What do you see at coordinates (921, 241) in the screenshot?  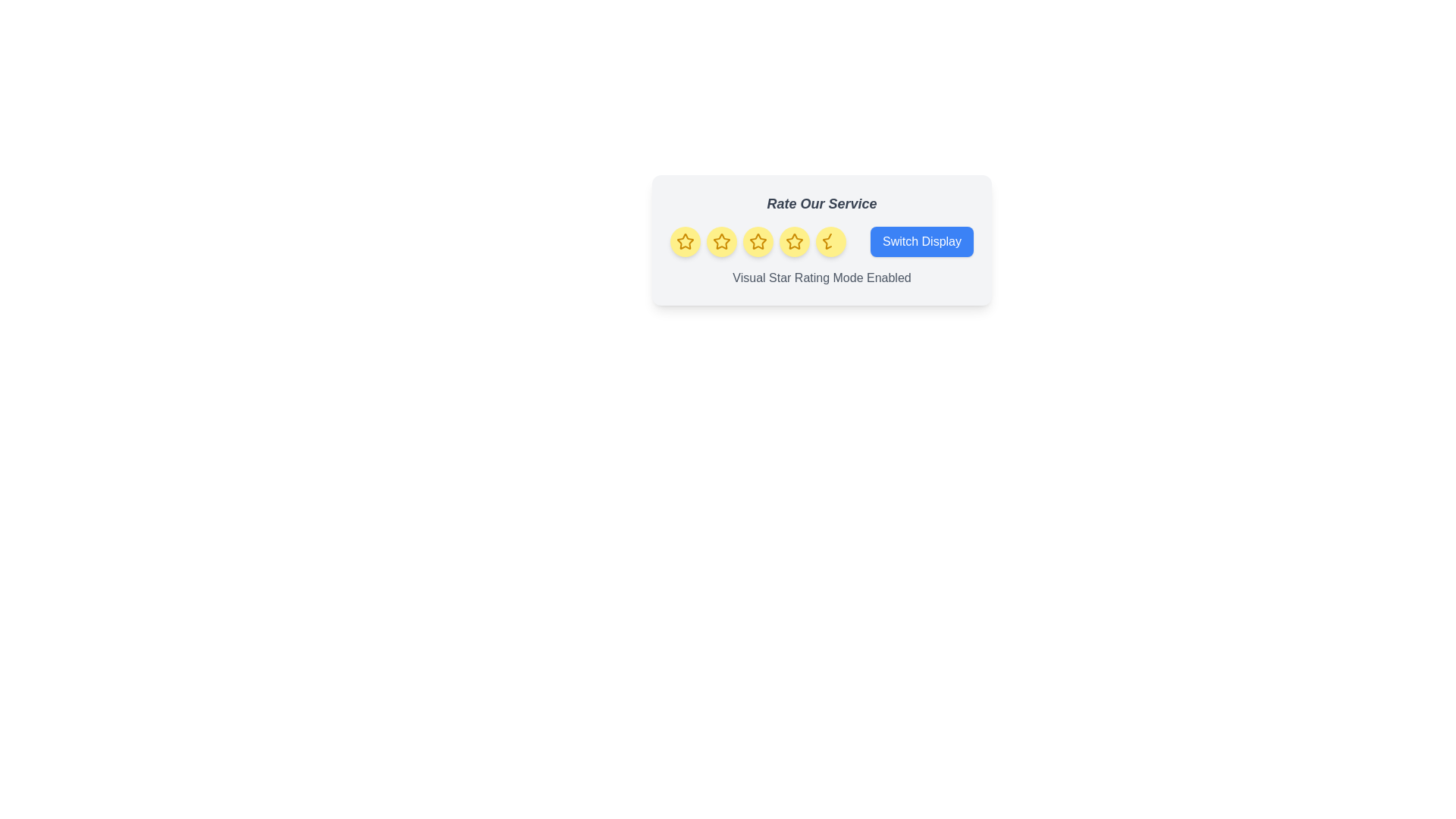 I see `the 'Switch Display' button to toggle the display mode` at bounding box center [921, 241].